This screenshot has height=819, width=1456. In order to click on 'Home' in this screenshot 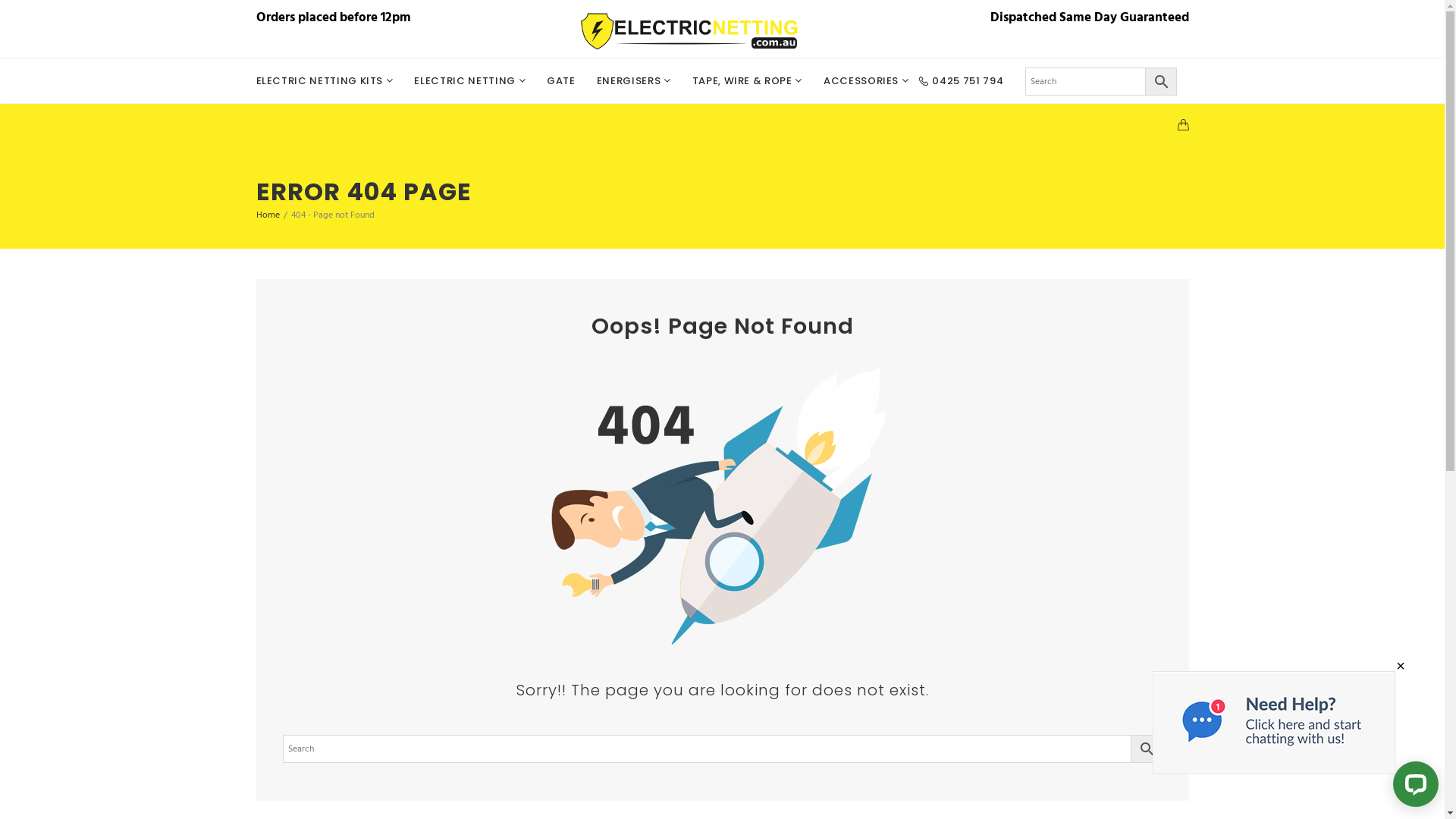, I will do `click(268, 215)`.